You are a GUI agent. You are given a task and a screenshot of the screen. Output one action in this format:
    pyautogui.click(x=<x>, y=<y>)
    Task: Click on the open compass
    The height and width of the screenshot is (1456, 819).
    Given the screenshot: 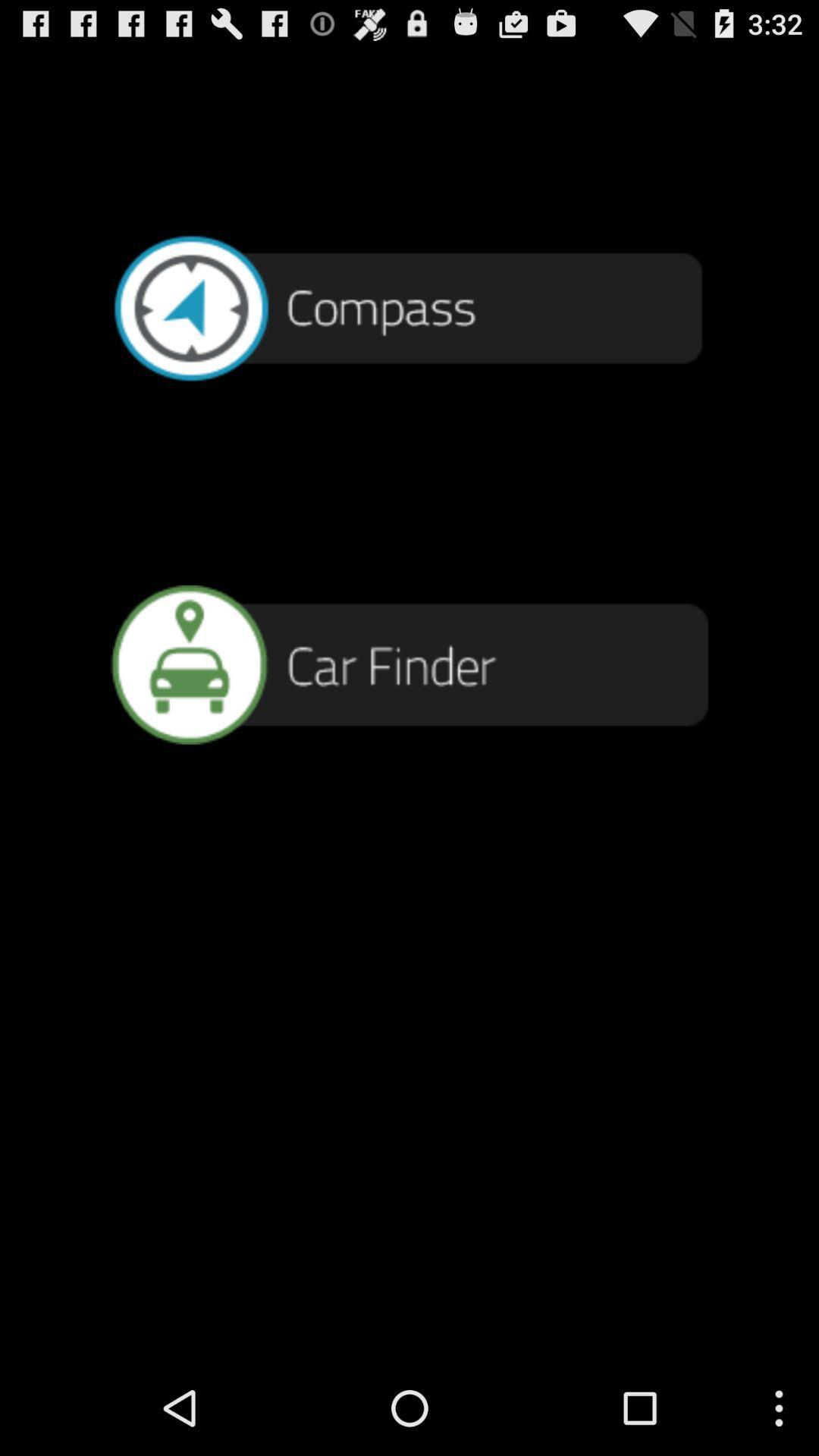 What is the action you would take?
    pyautogui.click(x=409, y=306)
    